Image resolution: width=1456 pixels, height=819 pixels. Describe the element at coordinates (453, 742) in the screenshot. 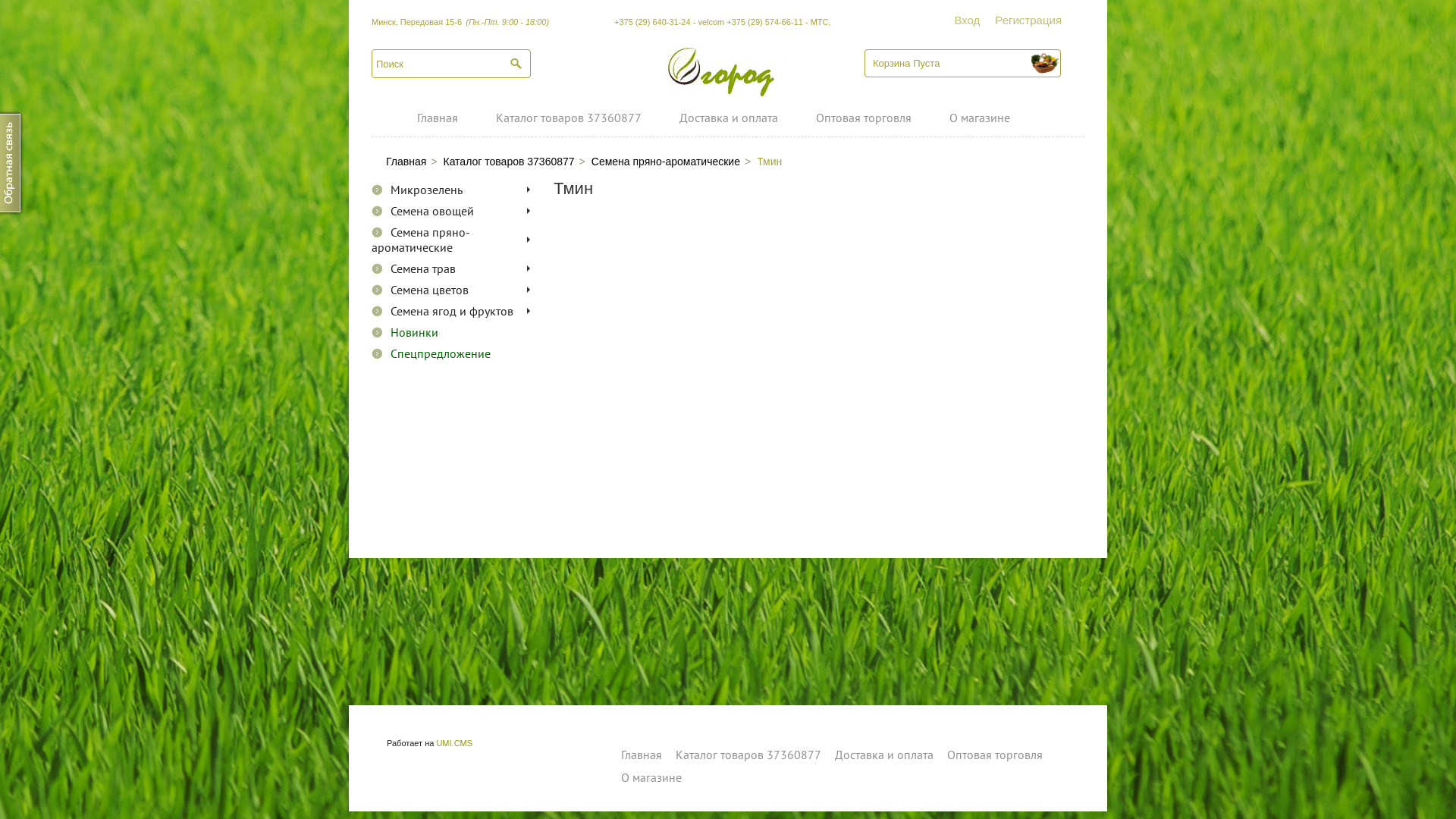

I see `'UMI.CMS'` at that location.